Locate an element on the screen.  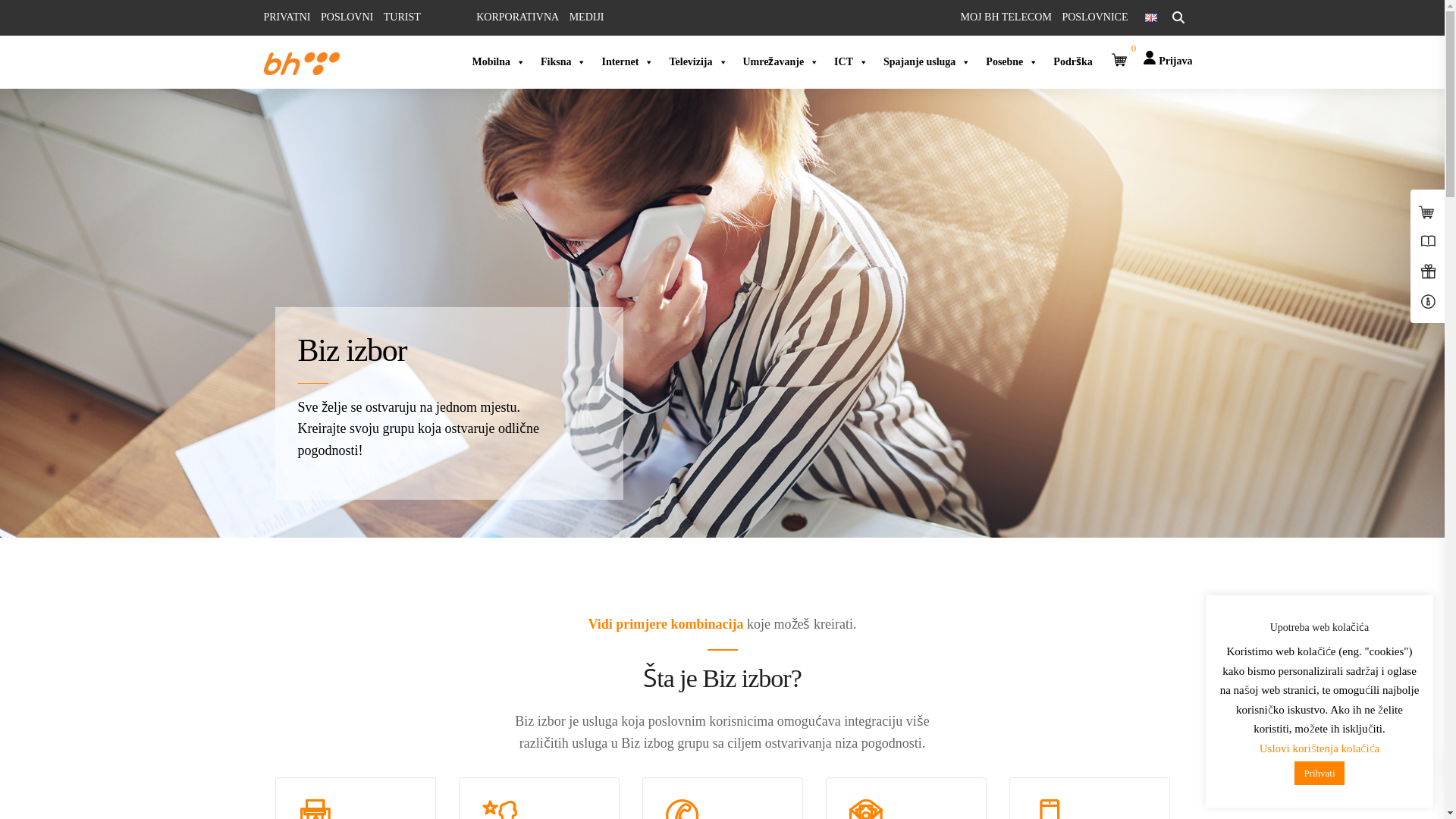
'TURIST' is located at coordinates (402, 17).